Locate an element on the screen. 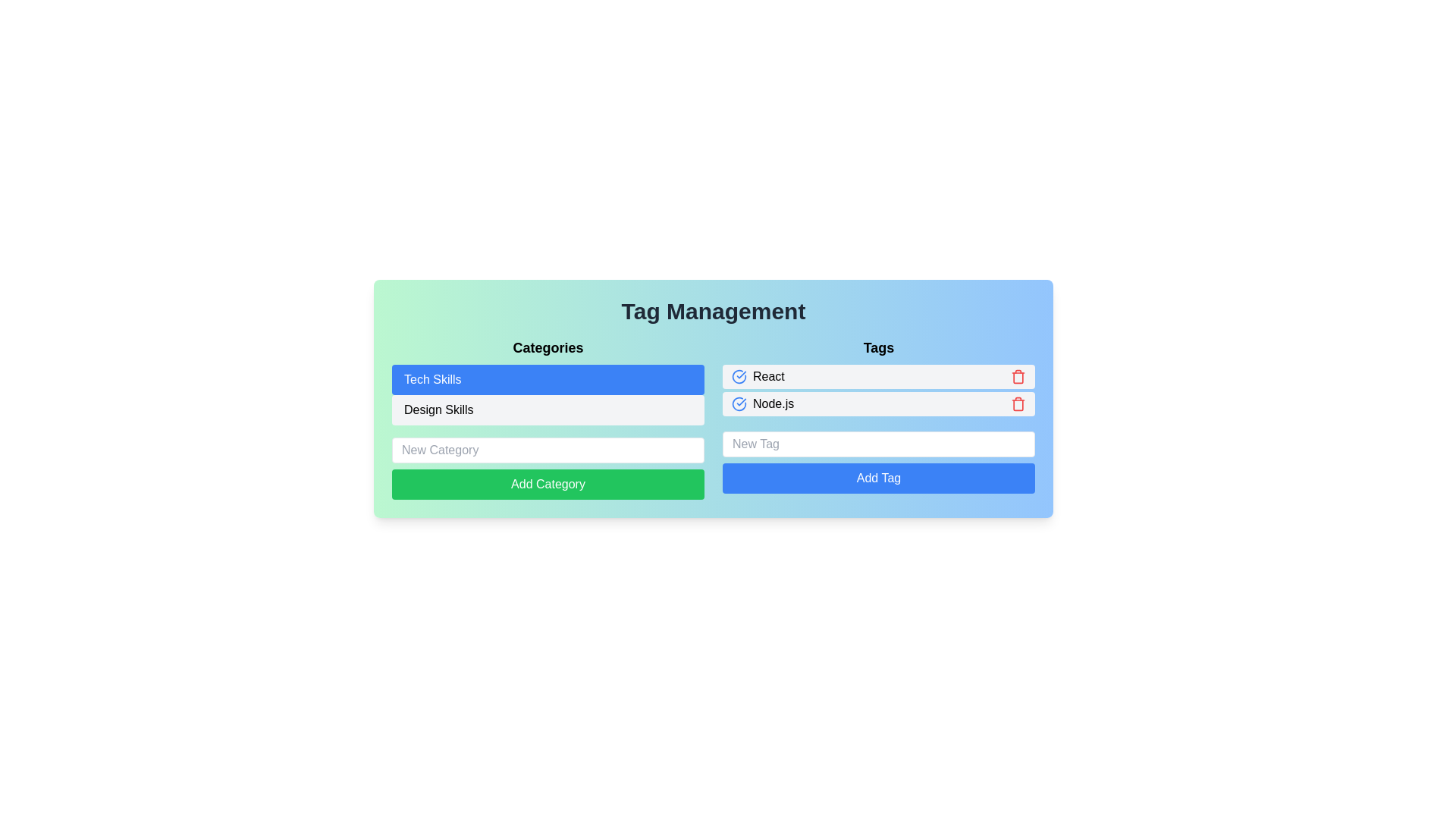 The height and width of the screenshot is (819, 1456). the 'Add Tag' button with a blue background and white text, located below the 'New Tag' input field in the 'Tags' section is located at coordinates (878, 479).